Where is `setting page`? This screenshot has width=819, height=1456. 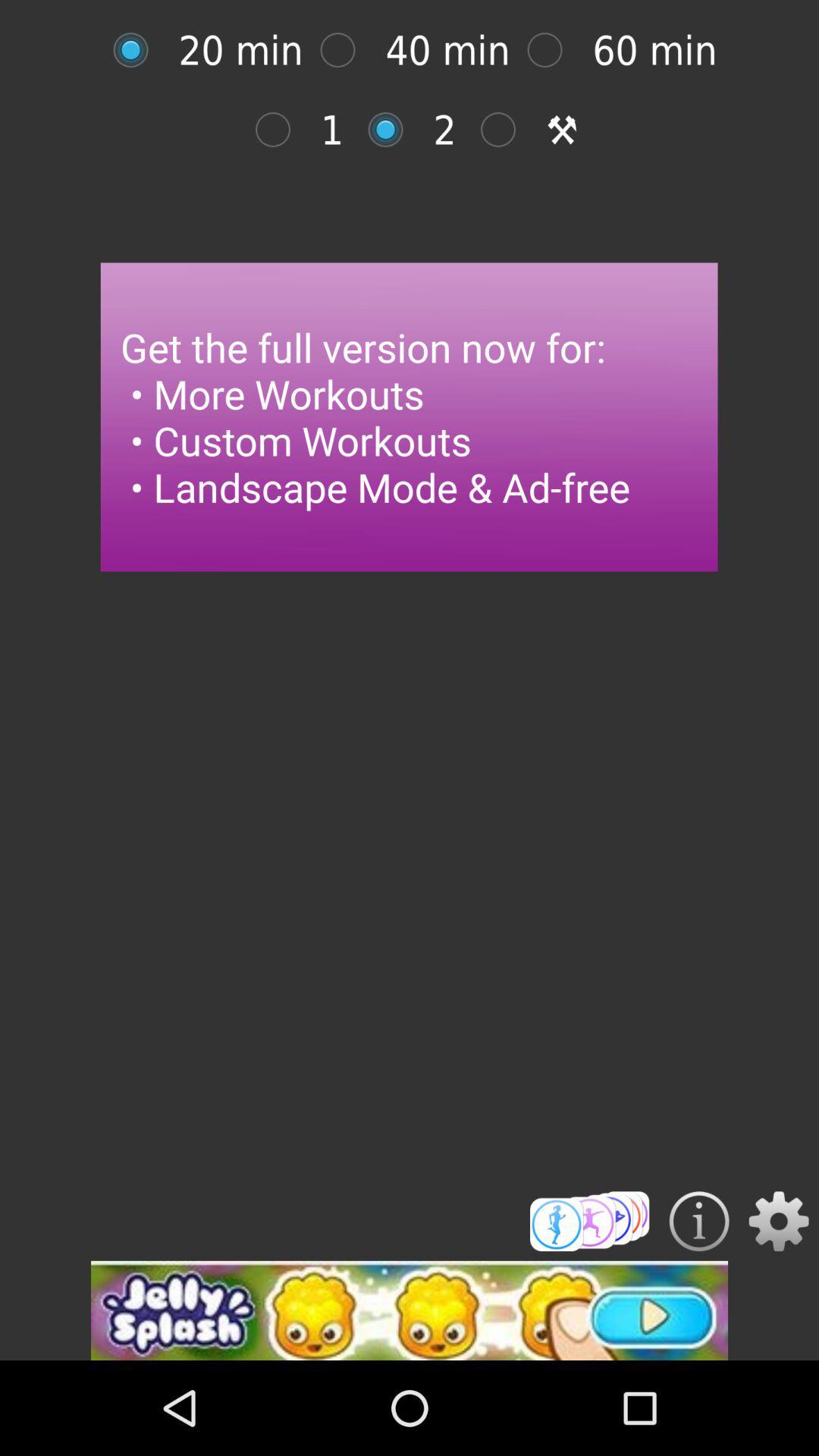 setting page is located at coordinates (138, 50).